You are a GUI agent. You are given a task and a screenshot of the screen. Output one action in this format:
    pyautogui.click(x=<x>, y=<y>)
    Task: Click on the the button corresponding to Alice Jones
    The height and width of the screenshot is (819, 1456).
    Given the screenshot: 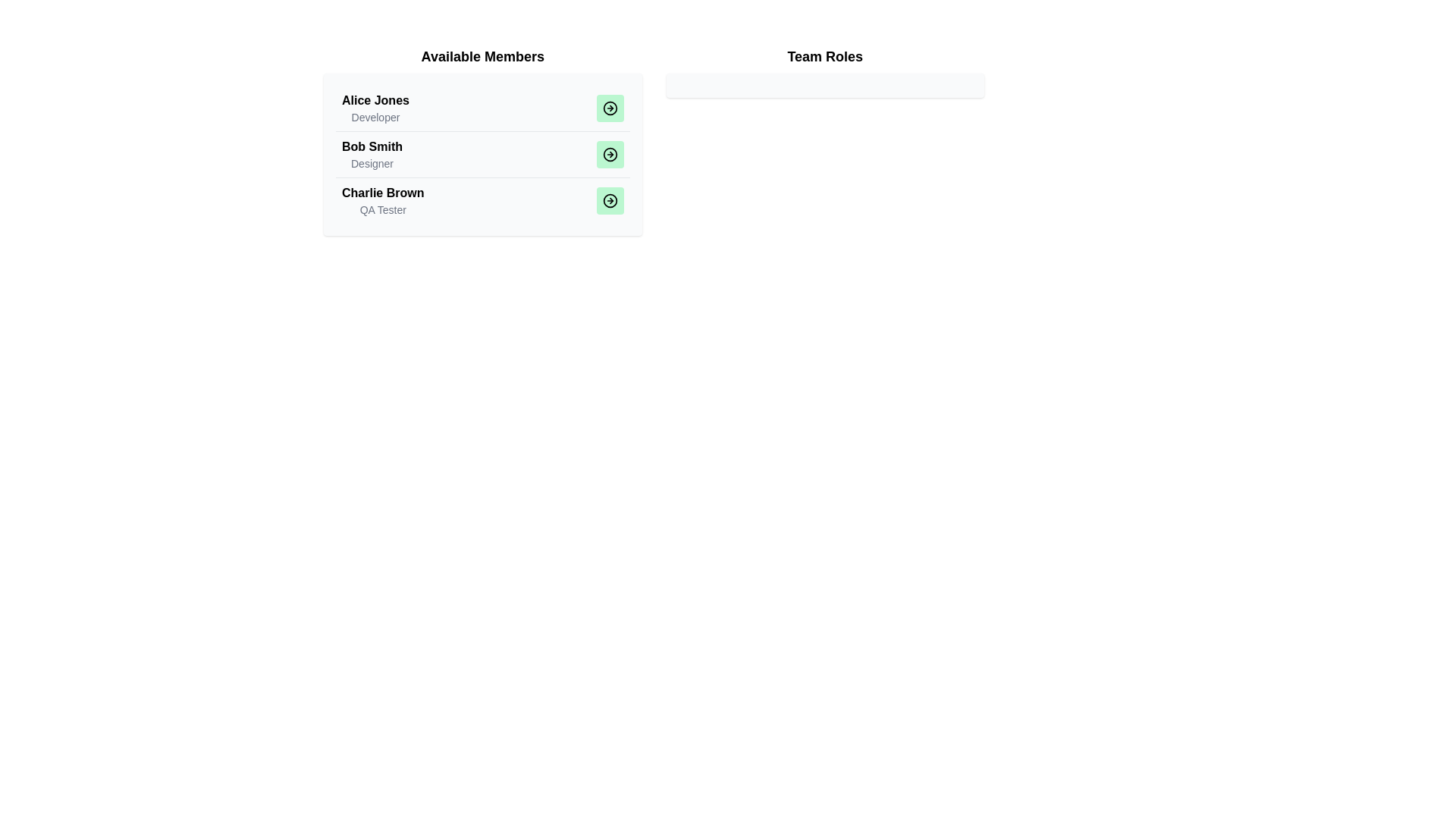 What is the action you would take?
    pyautogui.click(x=610, y=107)
    